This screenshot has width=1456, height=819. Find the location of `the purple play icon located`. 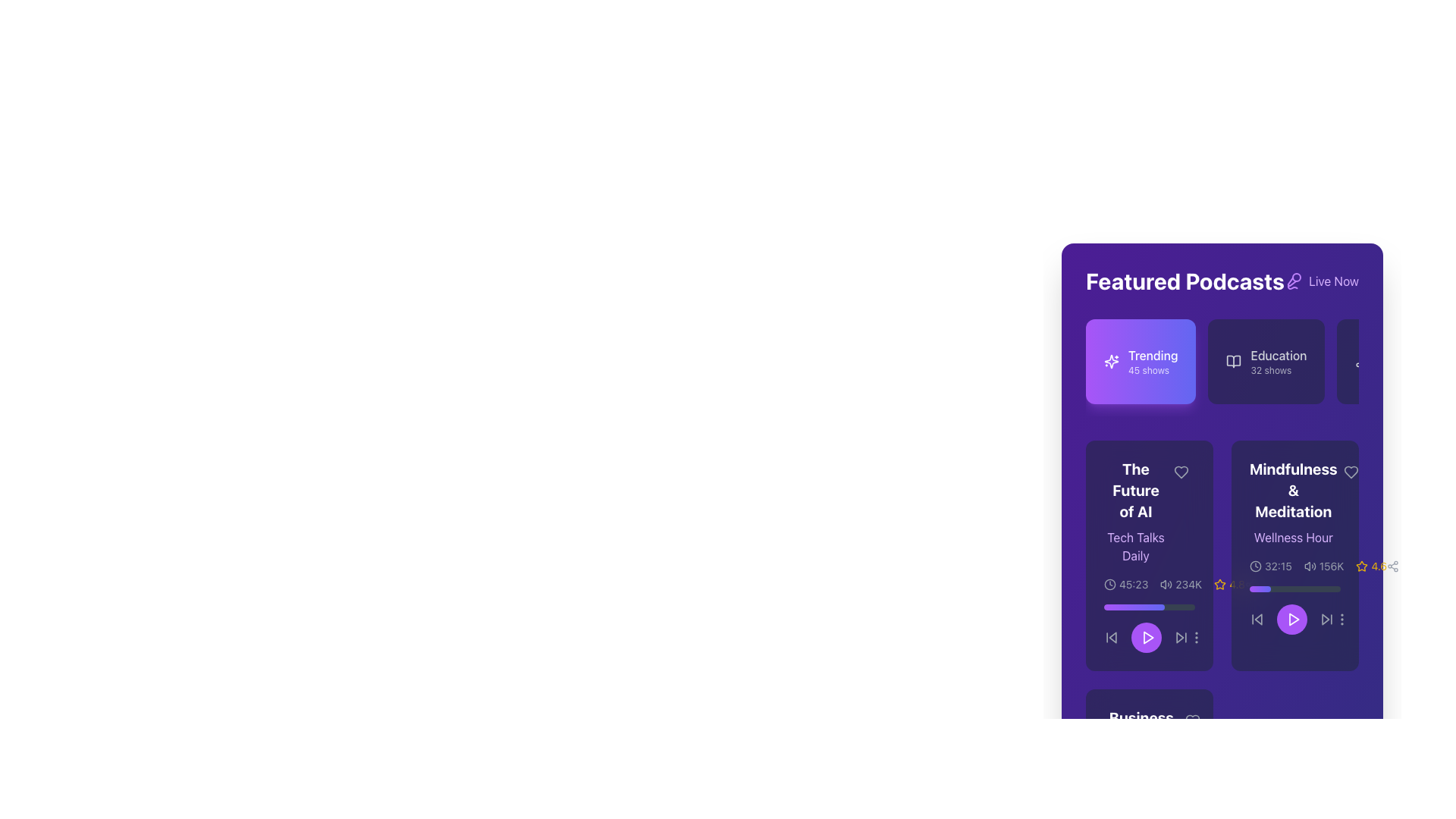

the purple play icon located is located at coordinates (1293, 620).